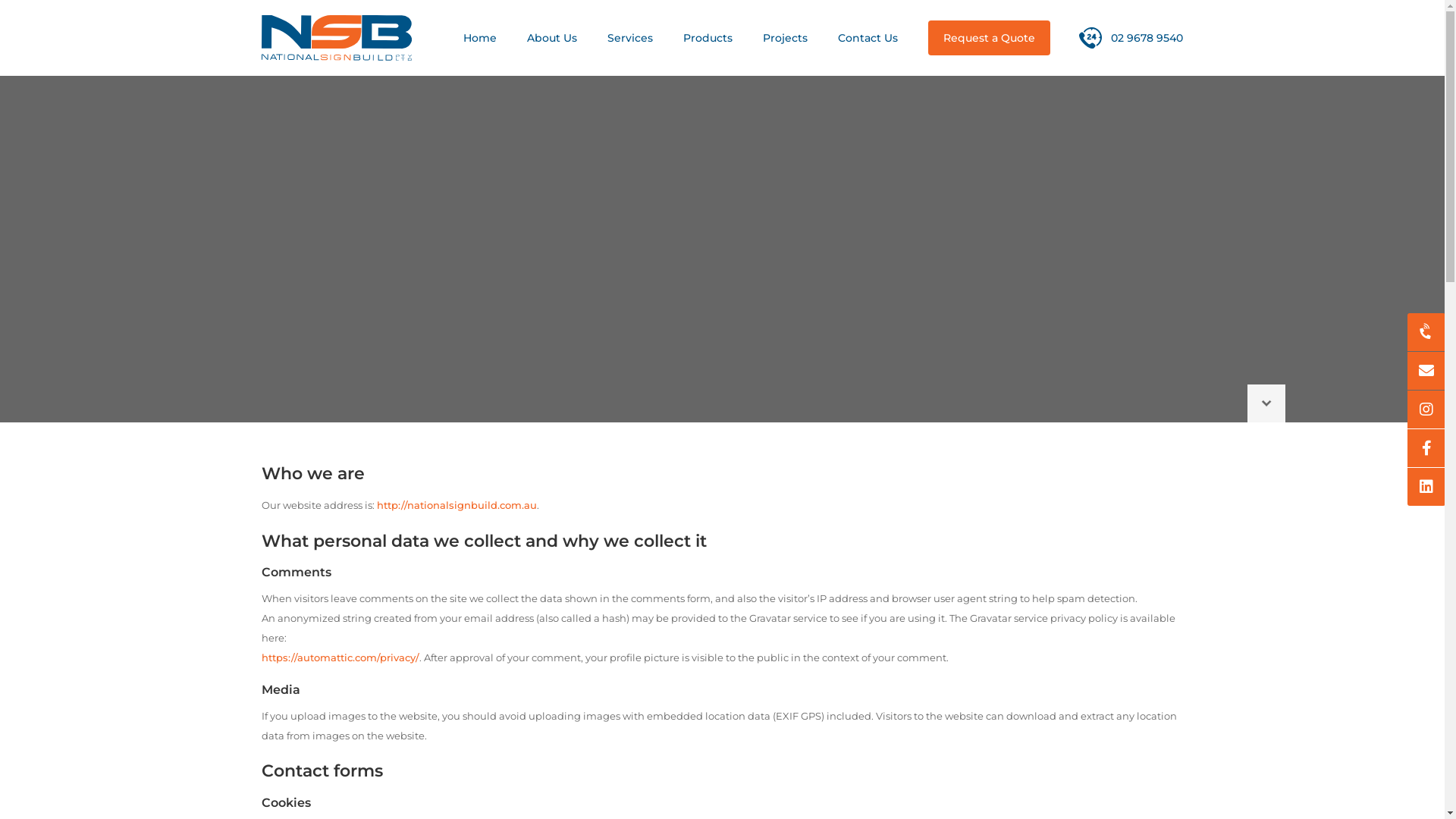 The image size is (1456, 819). Describe the element at coordinates (1078, 37) in the screenshot. I see `'   02 9678 9540'` at that location.